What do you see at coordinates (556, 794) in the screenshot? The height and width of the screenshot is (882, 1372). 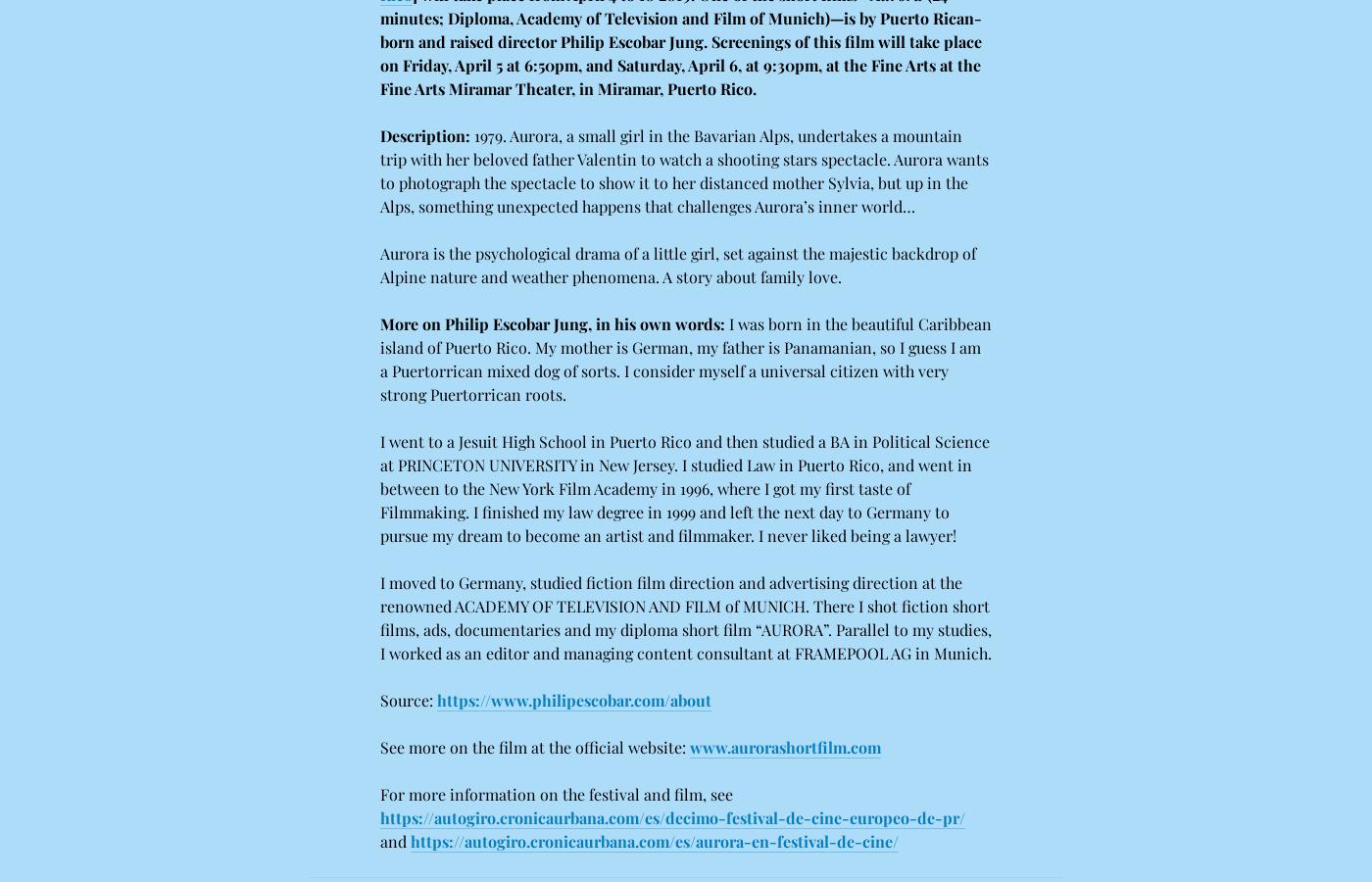 I see `'For more information on the festival and film, see'` at bounding box center [556, 794].